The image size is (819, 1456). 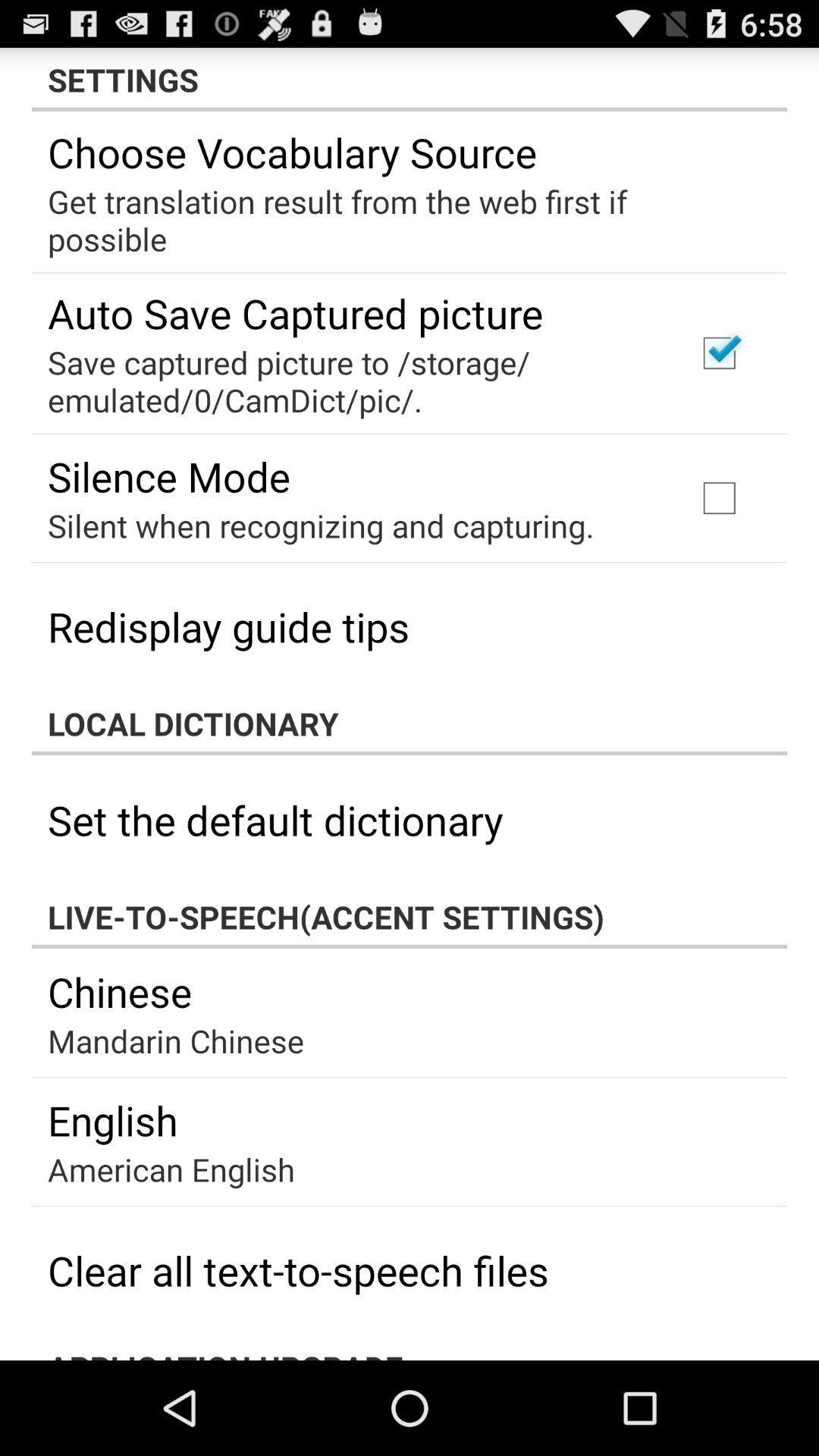 I want to click on choose vocabulary source app, so click(x=292, y=152).